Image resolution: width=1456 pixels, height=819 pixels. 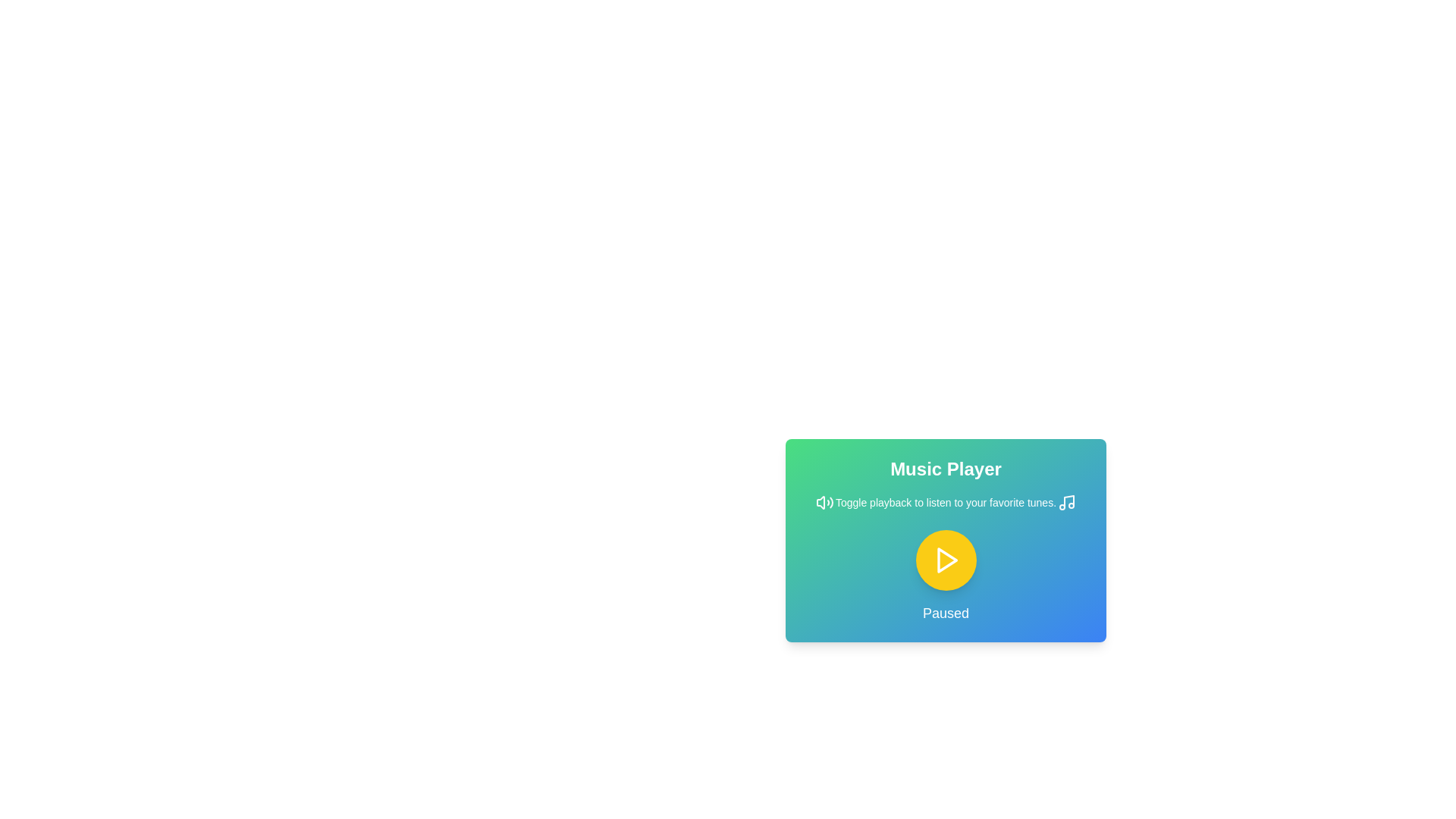 What do you see at coordinates (945, 540) in the screenshot?
I see `the central yellow circular play button with a white play icon in the music player UI module` at bounding box center [945, 540].